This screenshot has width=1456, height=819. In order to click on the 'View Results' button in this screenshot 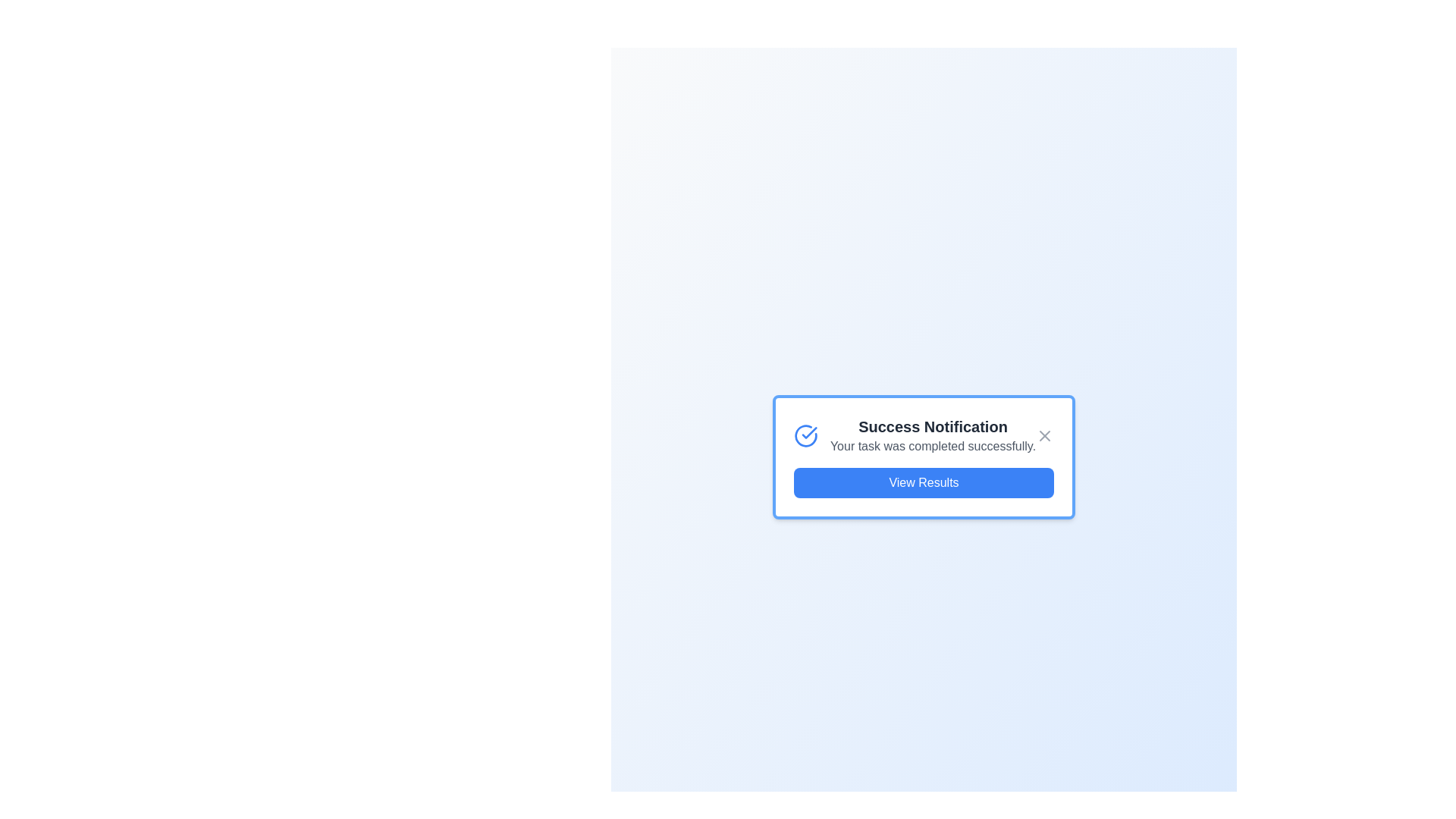, I will do `click(923, 482)`.